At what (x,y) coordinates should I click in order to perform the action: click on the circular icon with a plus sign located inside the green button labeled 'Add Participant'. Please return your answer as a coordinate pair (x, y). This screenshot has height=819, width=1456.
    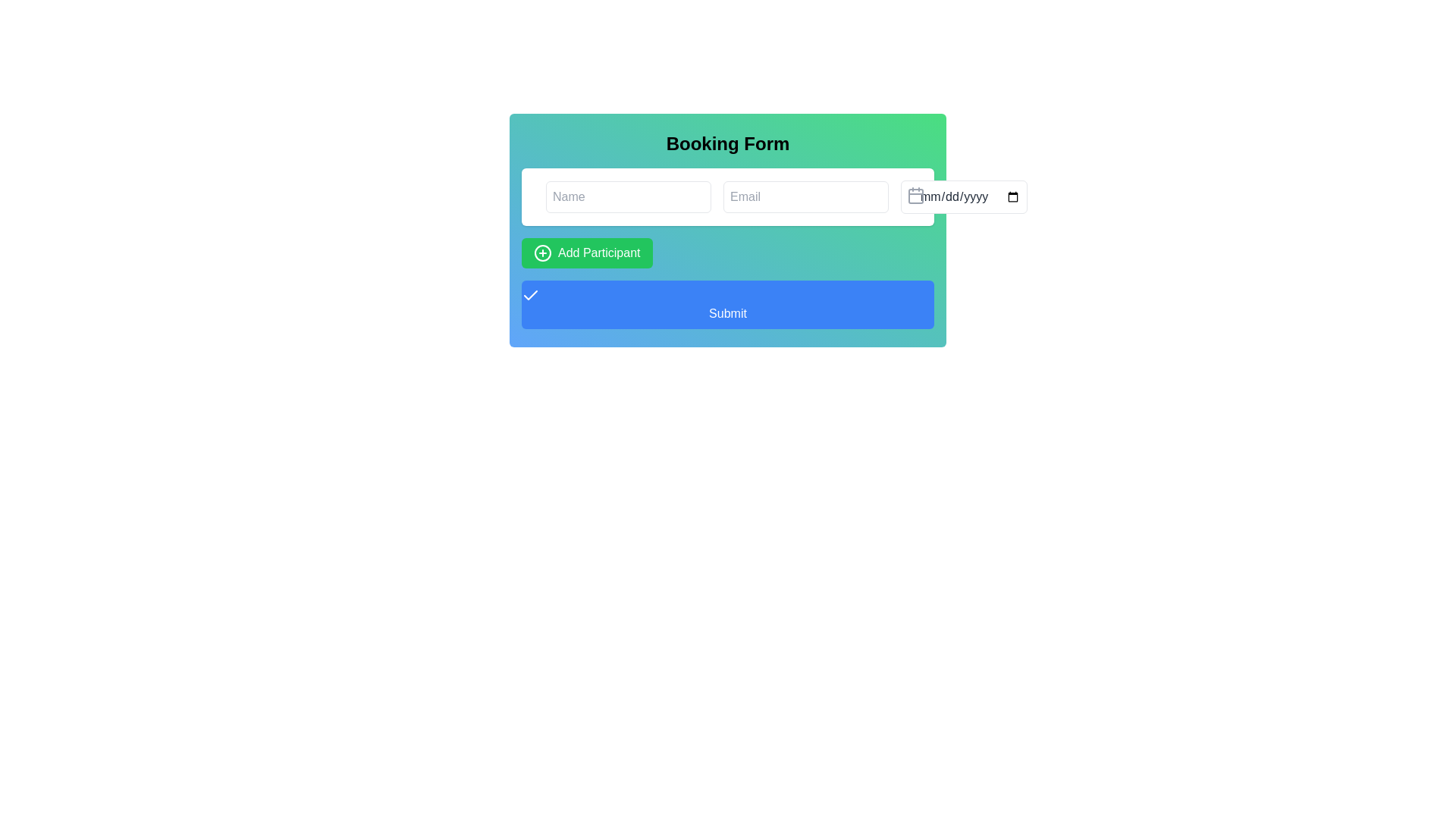
    Looking at the image, I should click on (542, 253).